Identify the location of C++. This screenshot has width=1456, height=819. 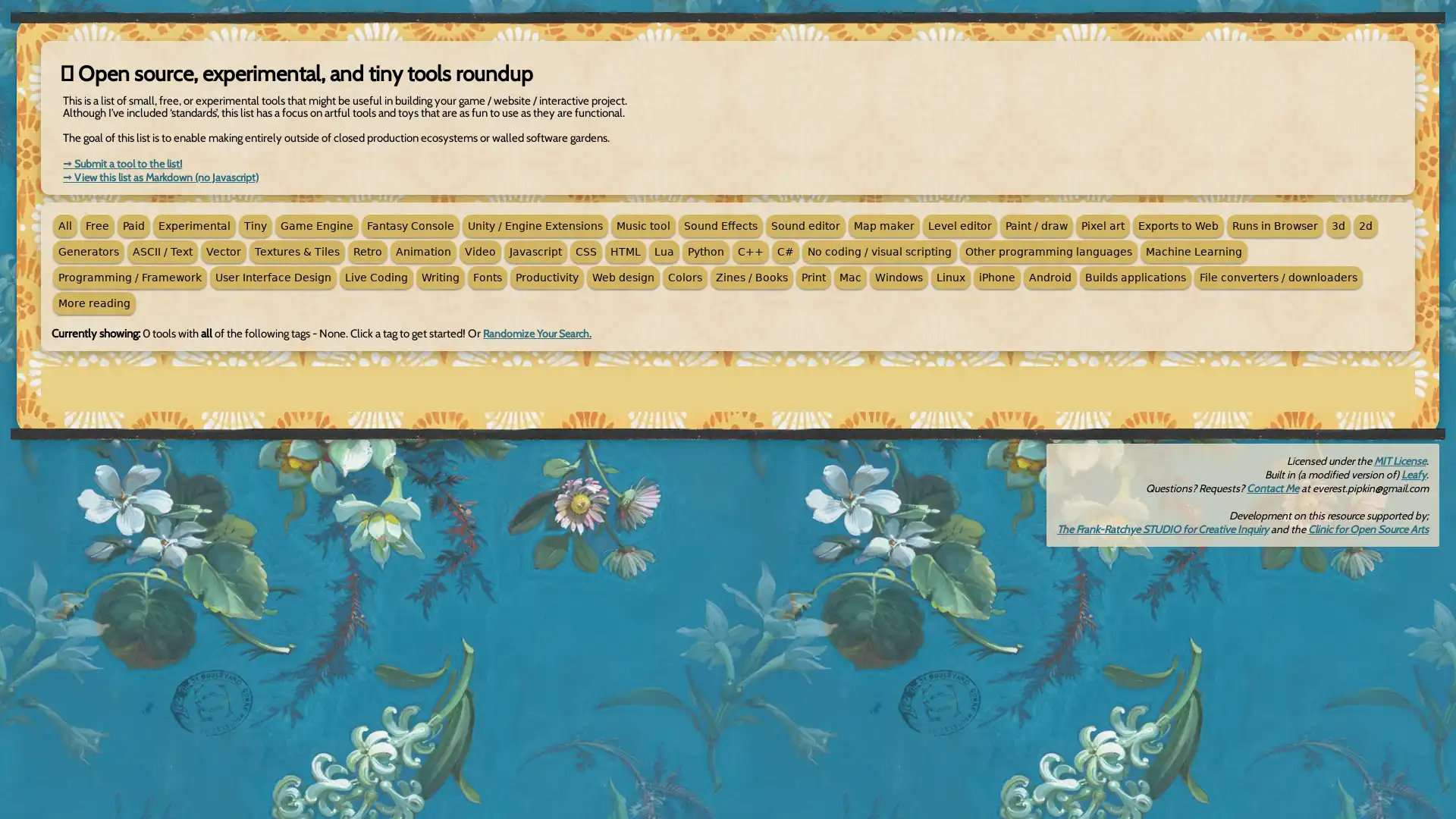
(750, 250).